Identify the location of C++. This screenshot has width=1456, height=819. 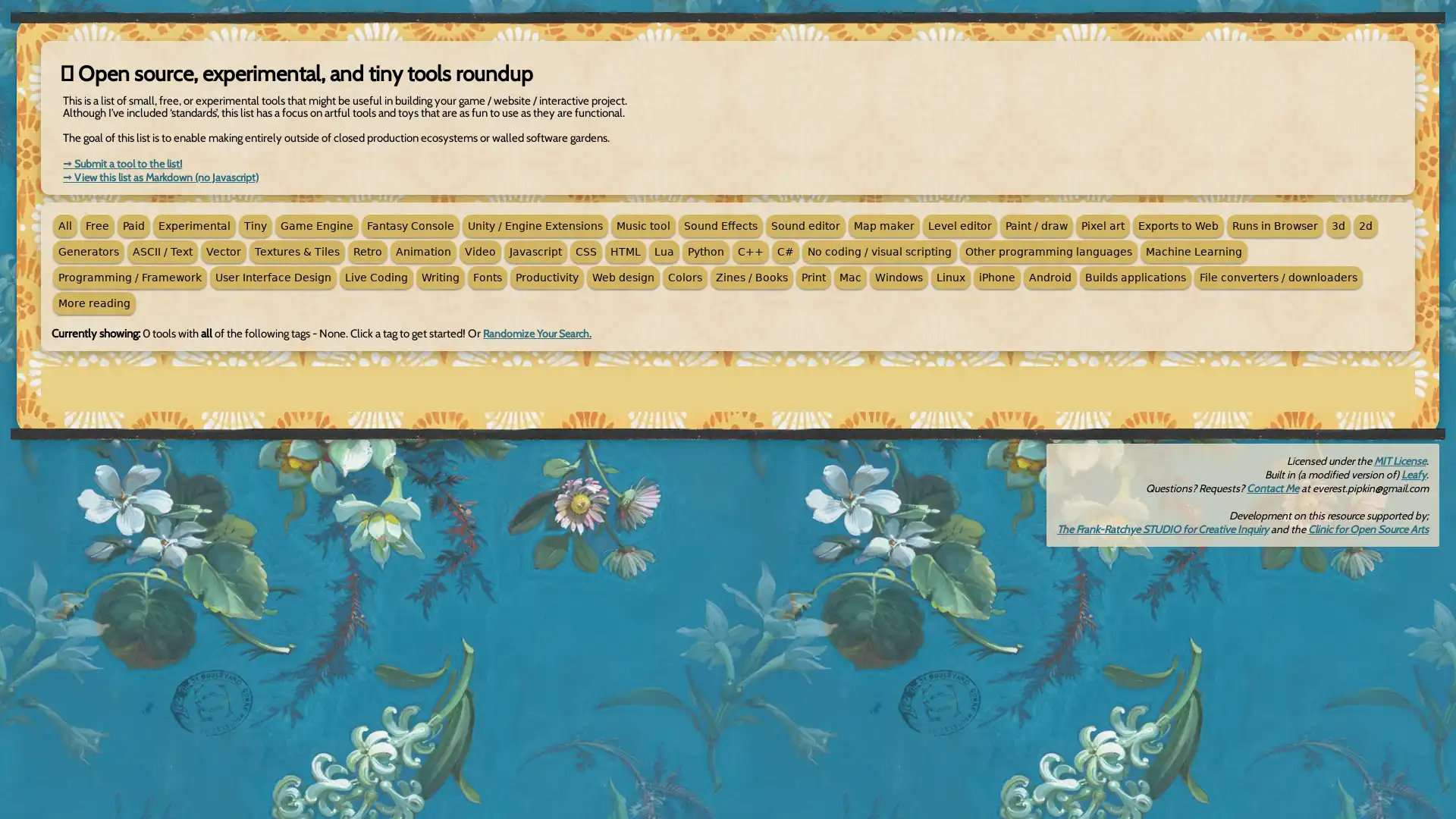
(750, 250).